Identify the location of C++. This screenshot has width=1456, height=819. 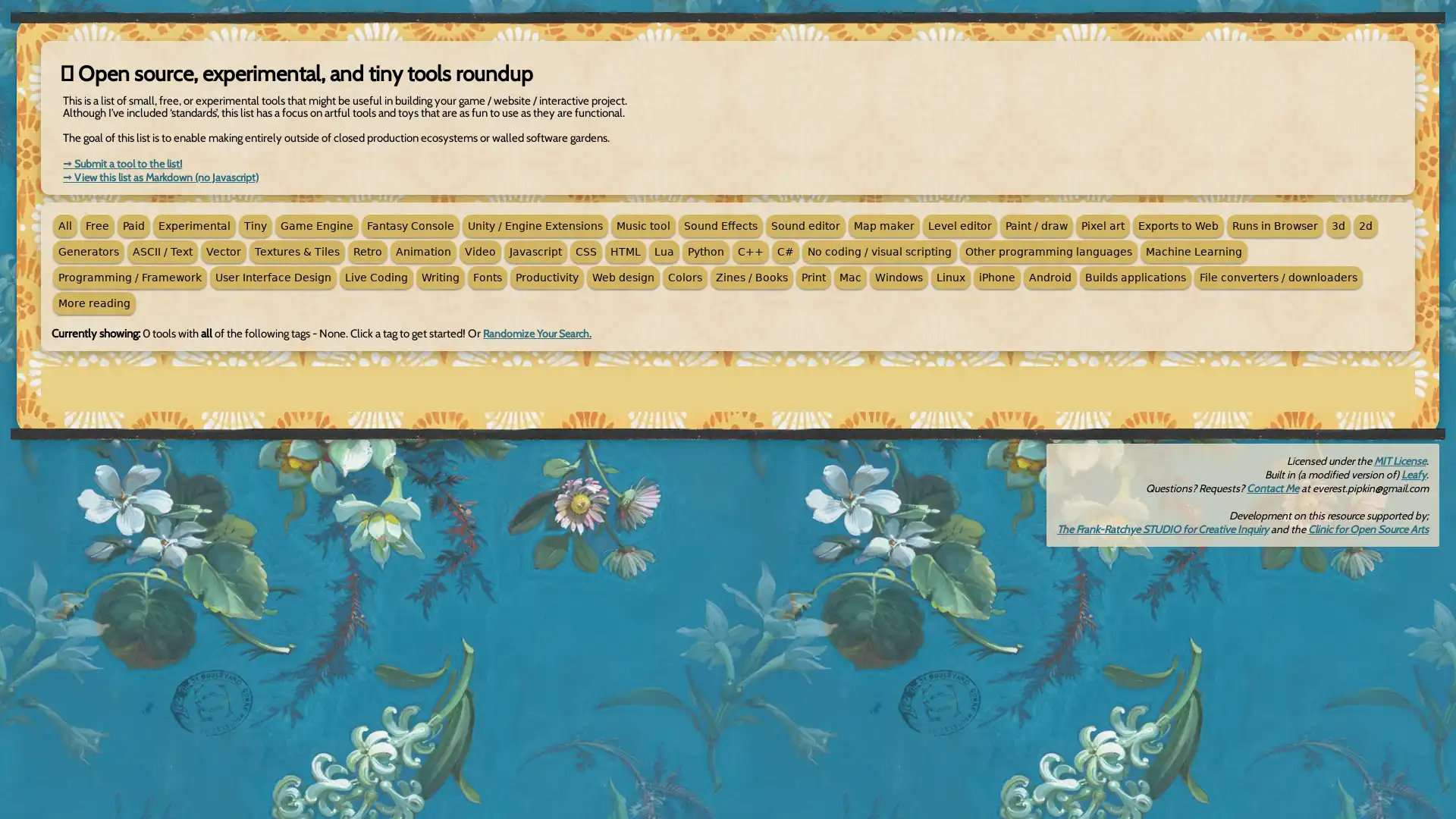
(750, 250).